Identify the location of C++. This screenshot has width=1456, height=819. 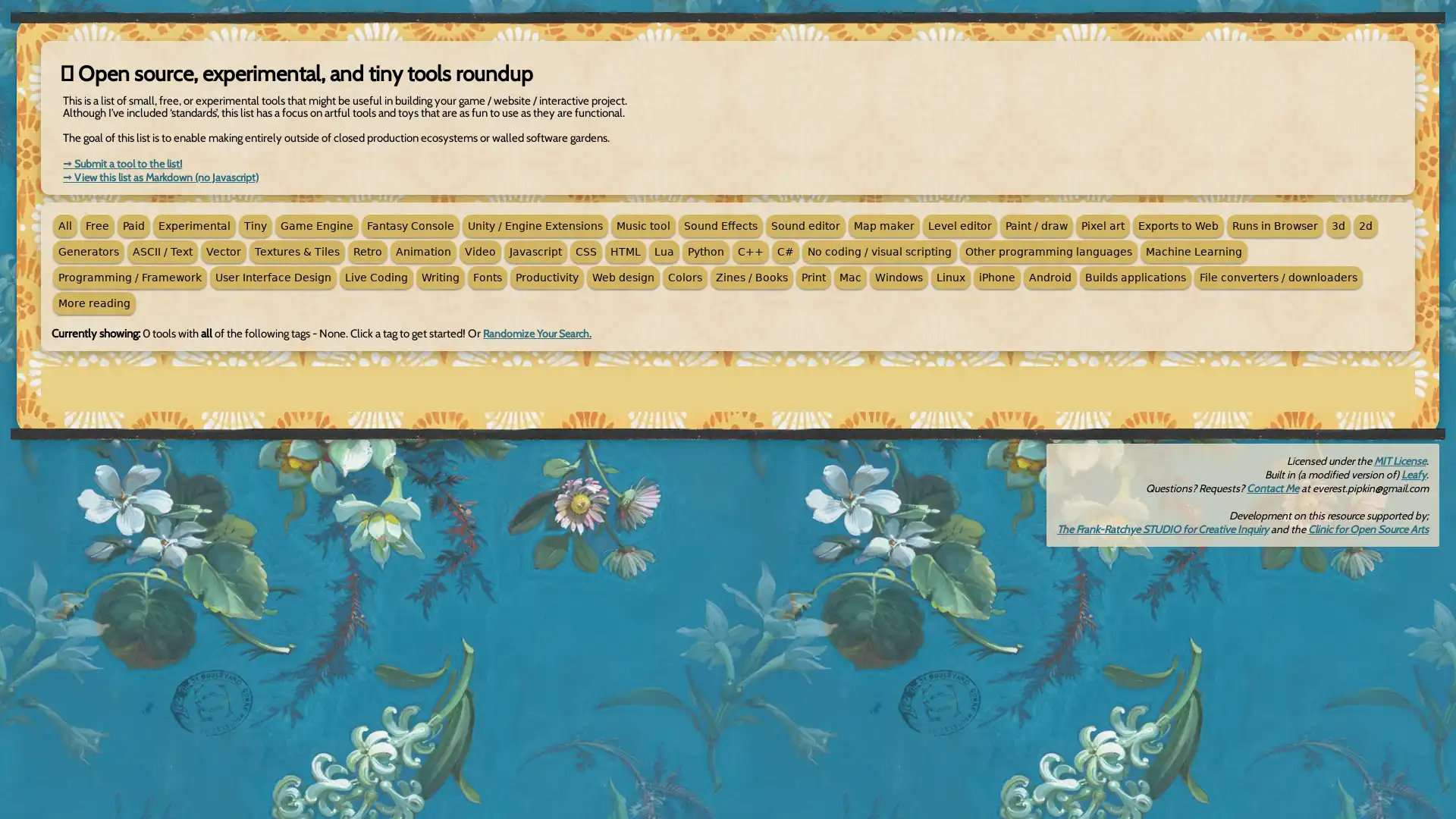
(750, 250).